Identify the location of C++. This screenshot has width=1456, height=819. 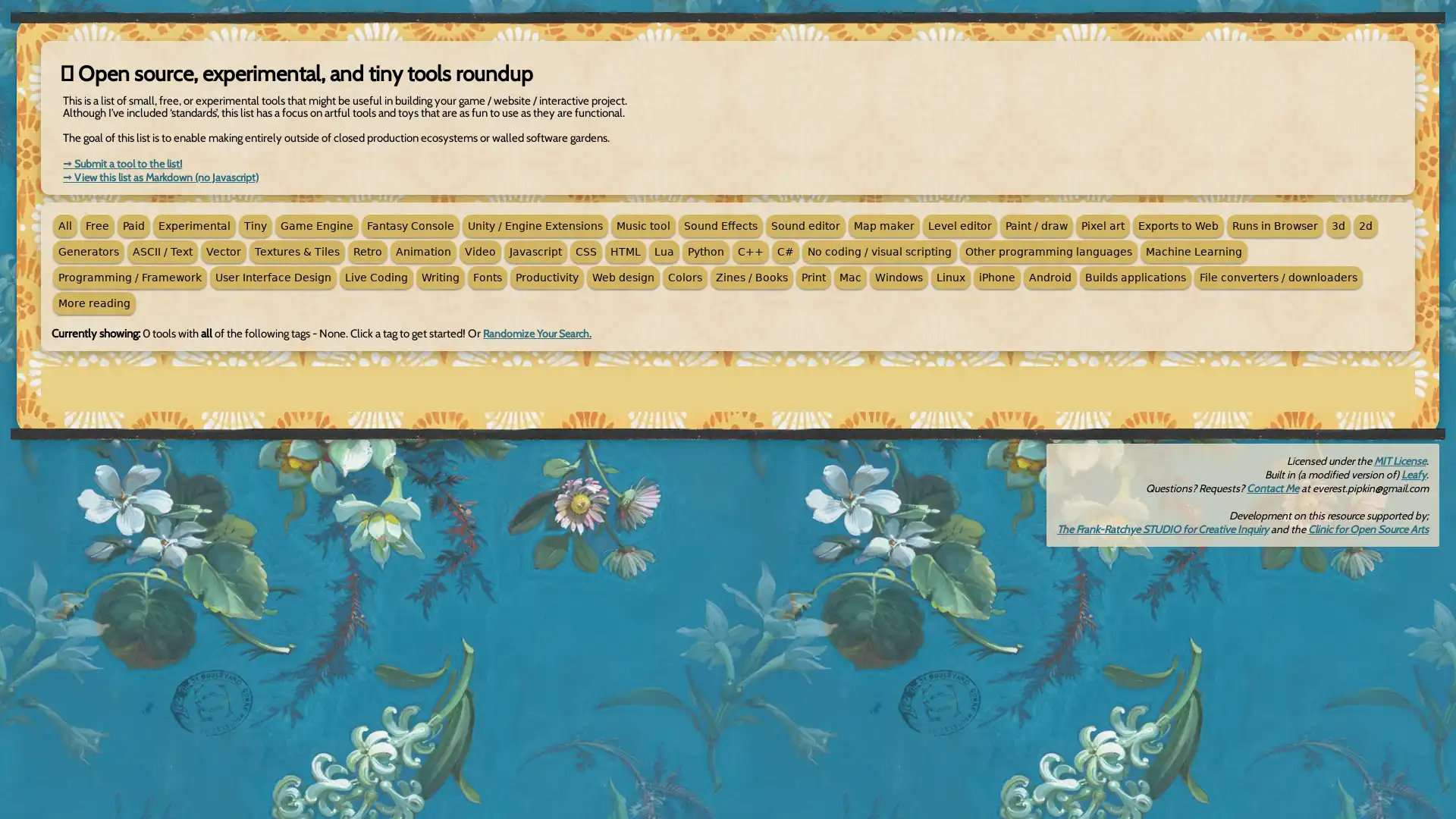
(750, 250).